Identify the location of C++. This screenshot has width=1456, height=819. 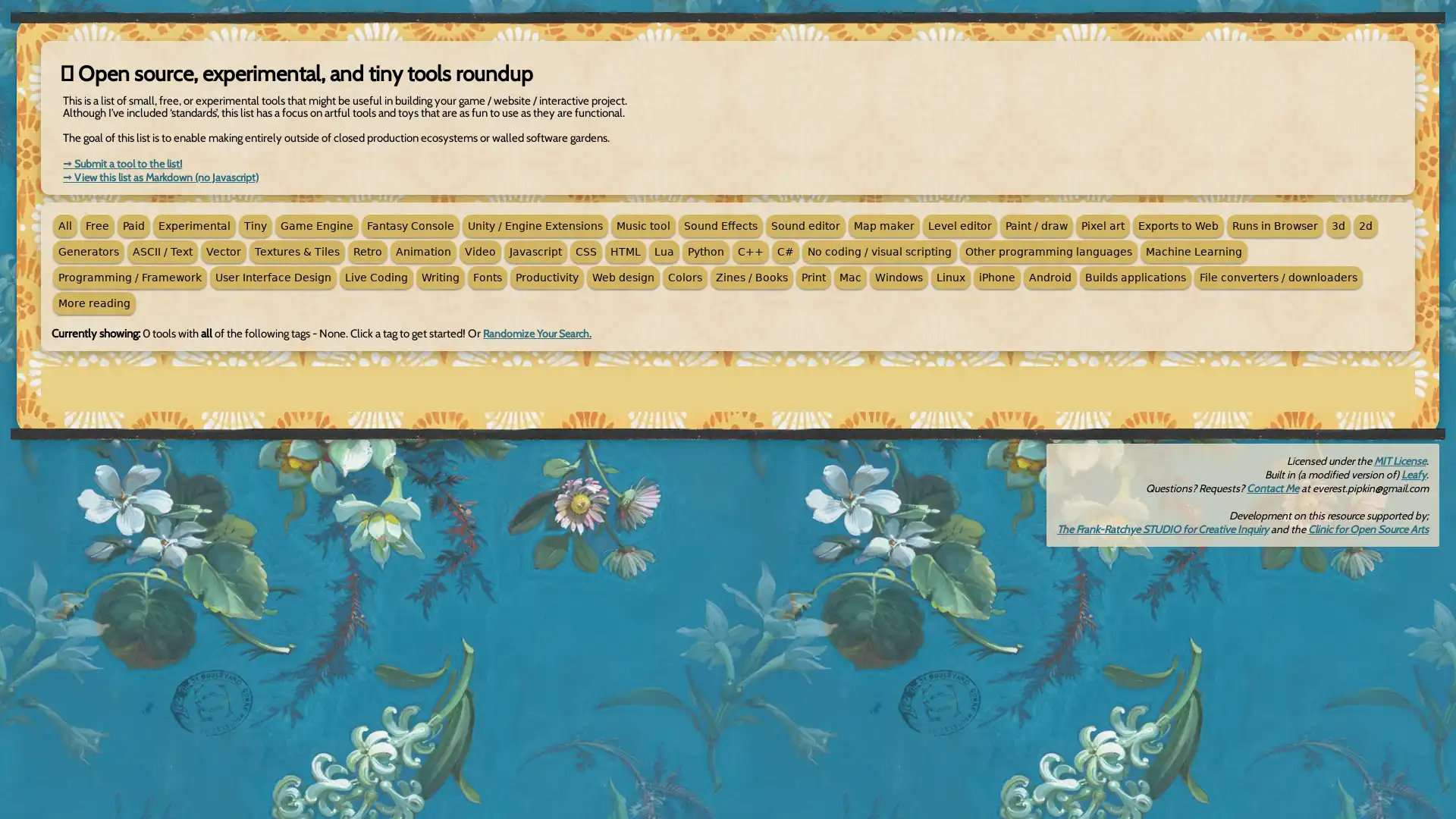
(750, 250).